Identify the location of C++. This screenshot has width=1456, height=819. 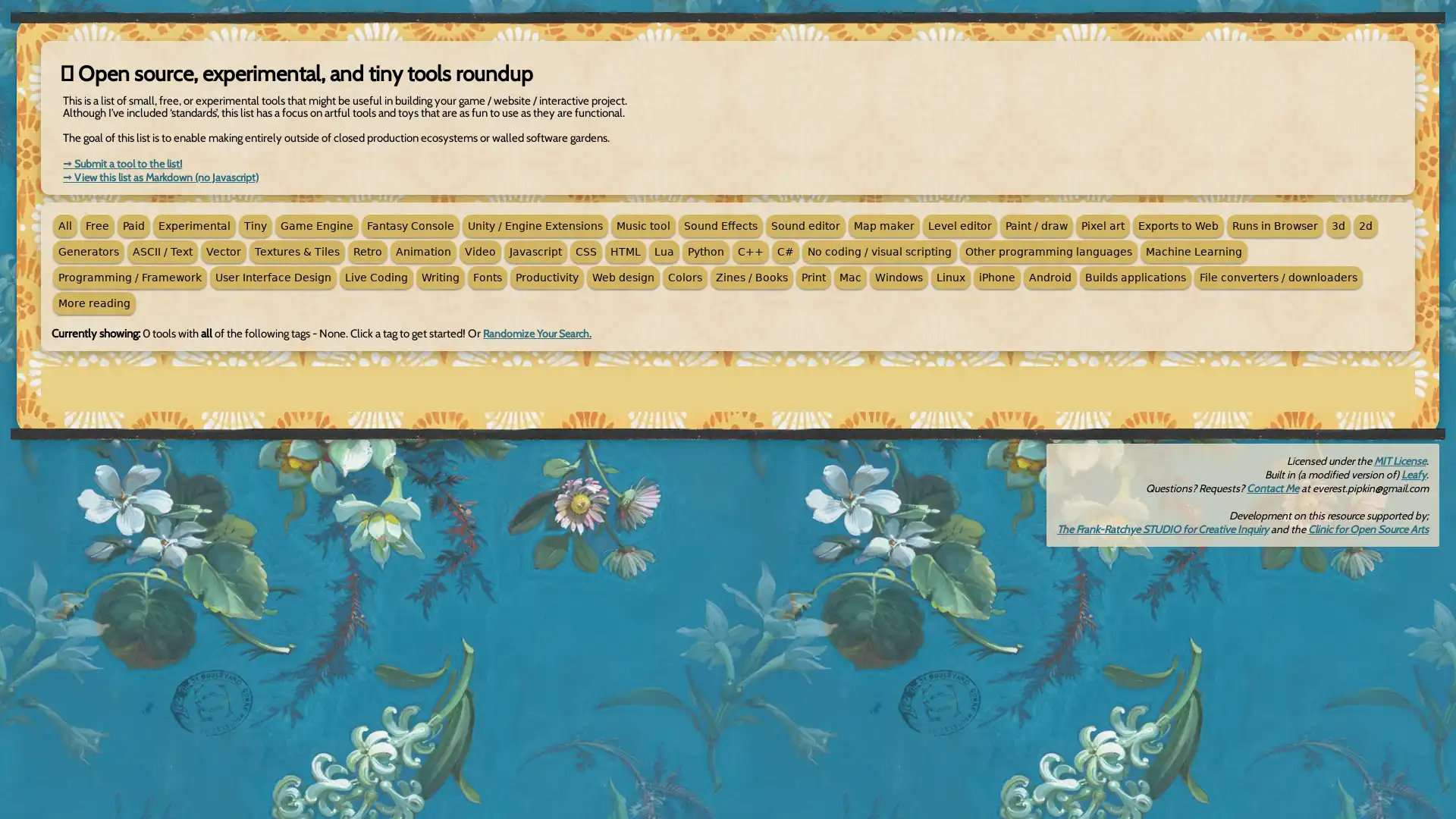
(750, 250).